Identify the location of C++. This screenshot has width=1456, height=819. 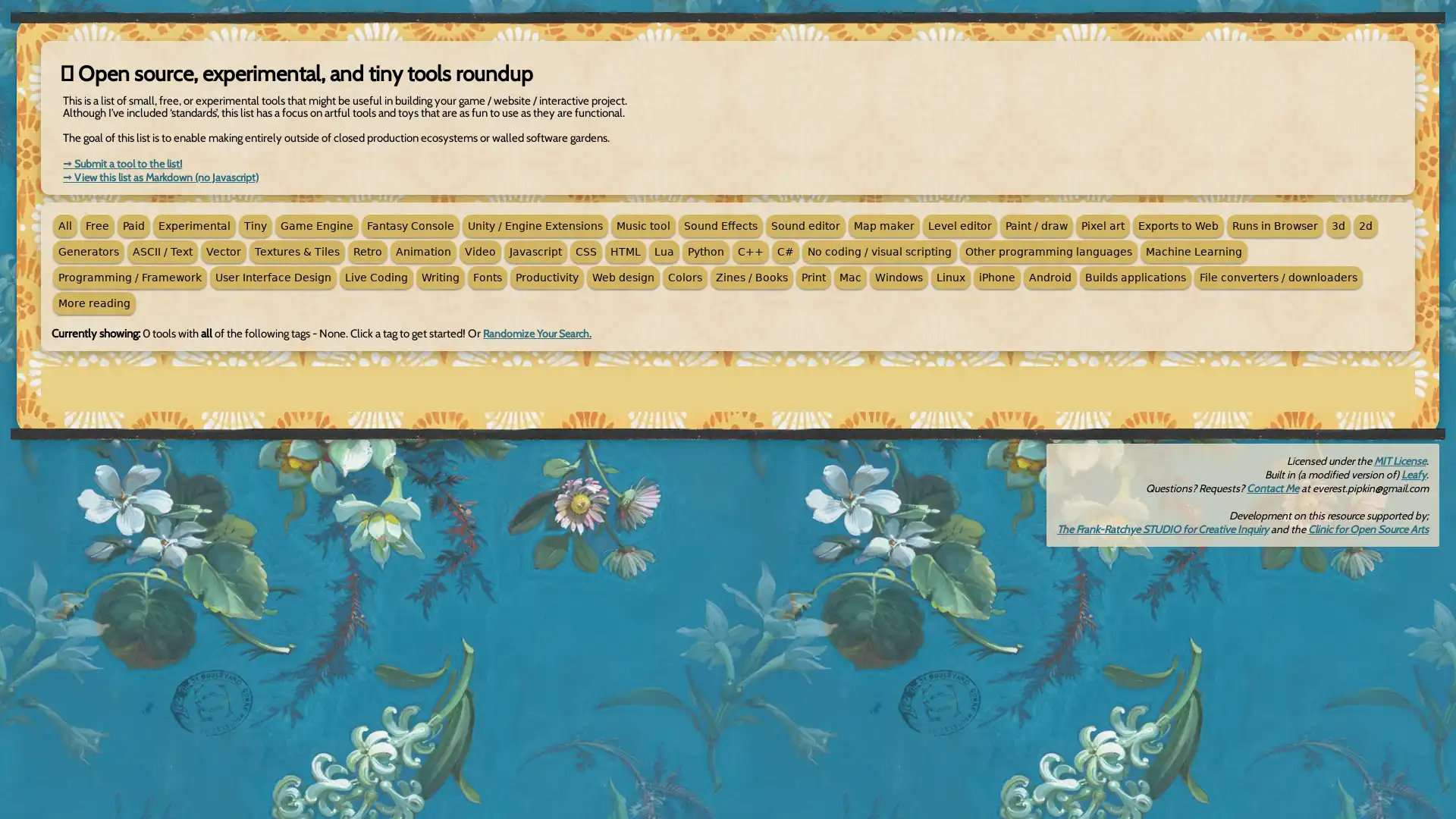
(750, 250).